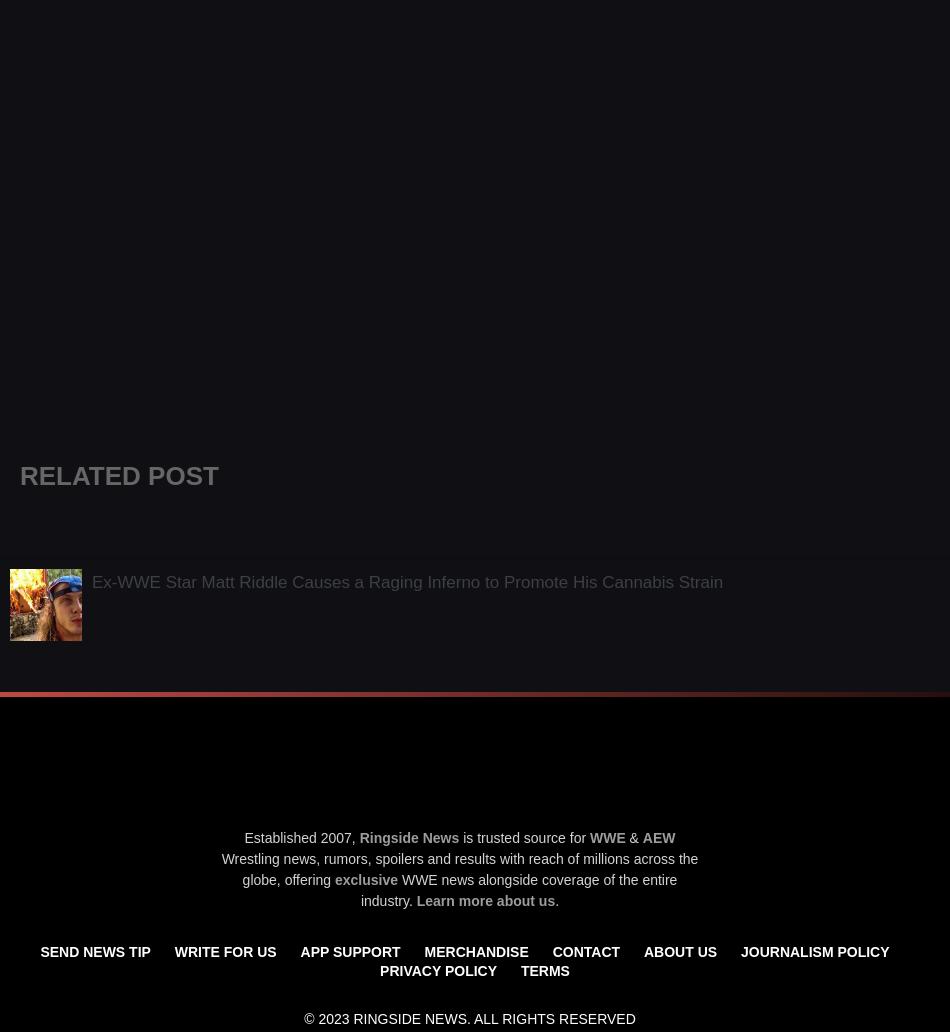 The width and height of the screenshot is (950, 1032). Describe the element at coordinates (407, 836) in the screenshot. I see `'Ringside News'` at that location.